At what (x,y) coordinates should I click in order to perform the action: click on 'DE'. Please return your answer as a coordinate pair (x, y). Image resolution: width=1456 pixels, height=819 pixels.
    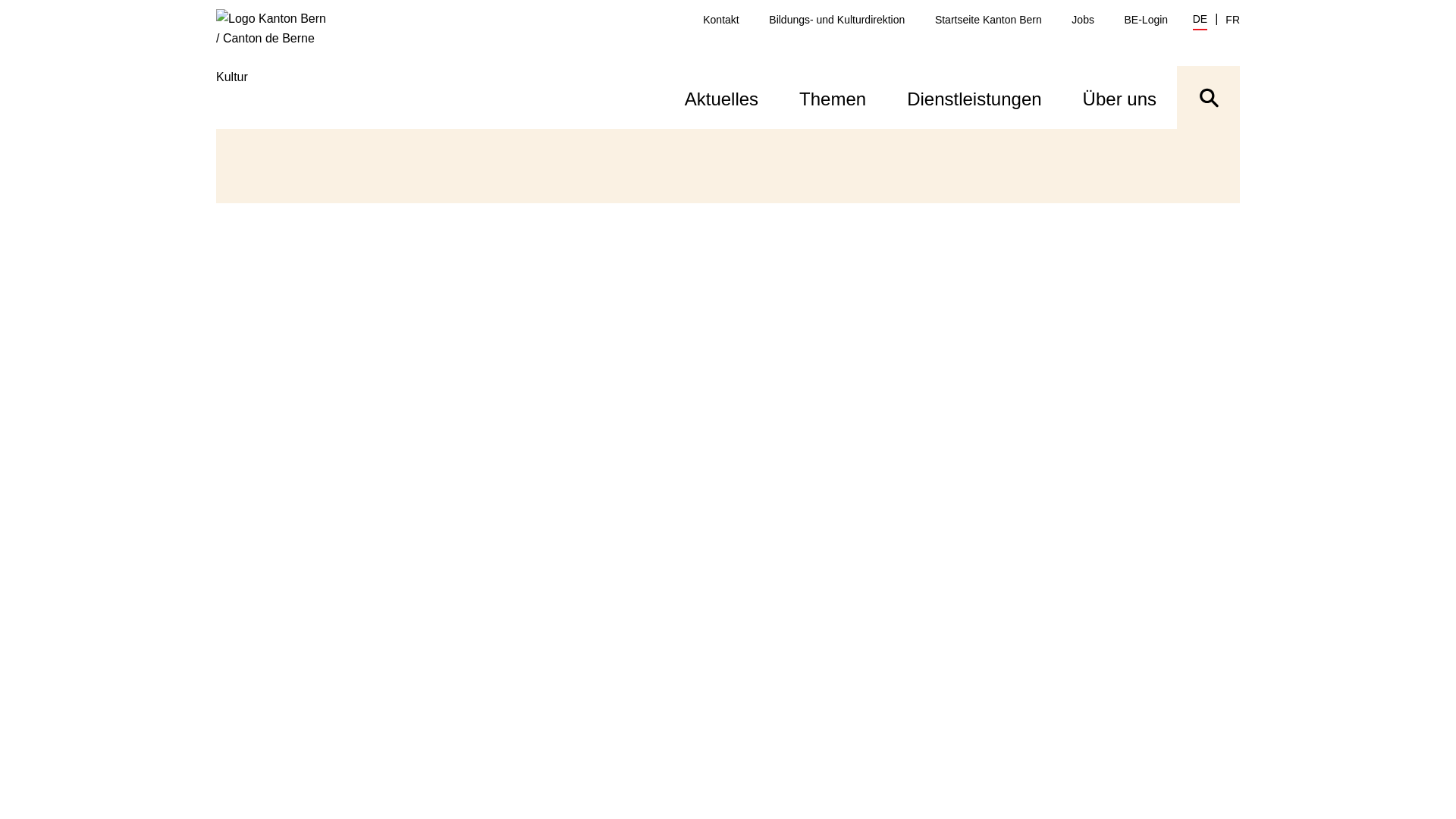
    Looking at the image, I should click on (1192, 20).